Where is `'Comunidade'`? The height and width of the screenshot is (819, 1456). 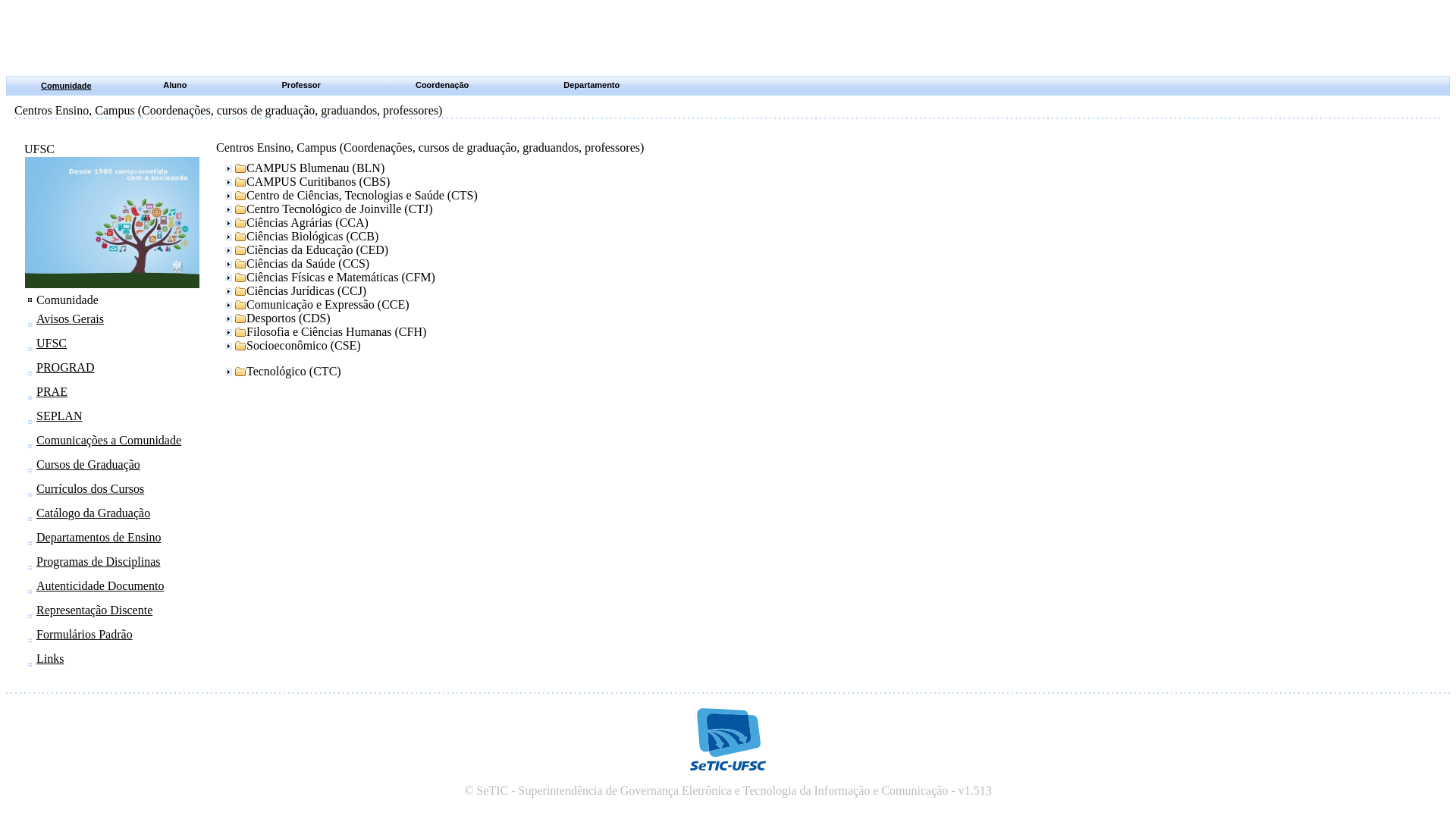 'Comunidade' is located at coordinates (65, 85).